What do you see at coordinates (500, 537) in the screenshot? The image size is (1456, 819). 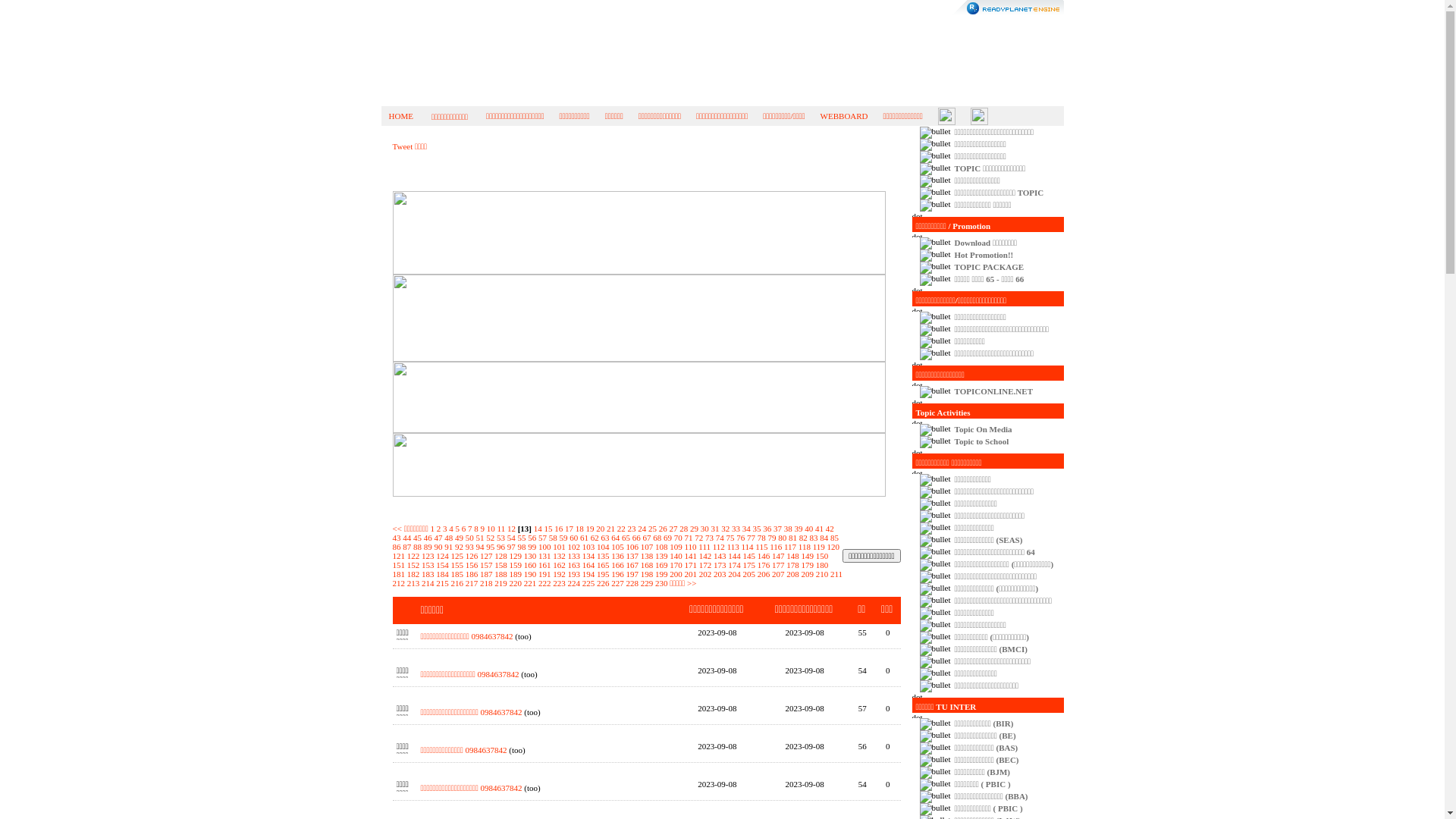 I see `'53'` at bounding box center [500, 537].